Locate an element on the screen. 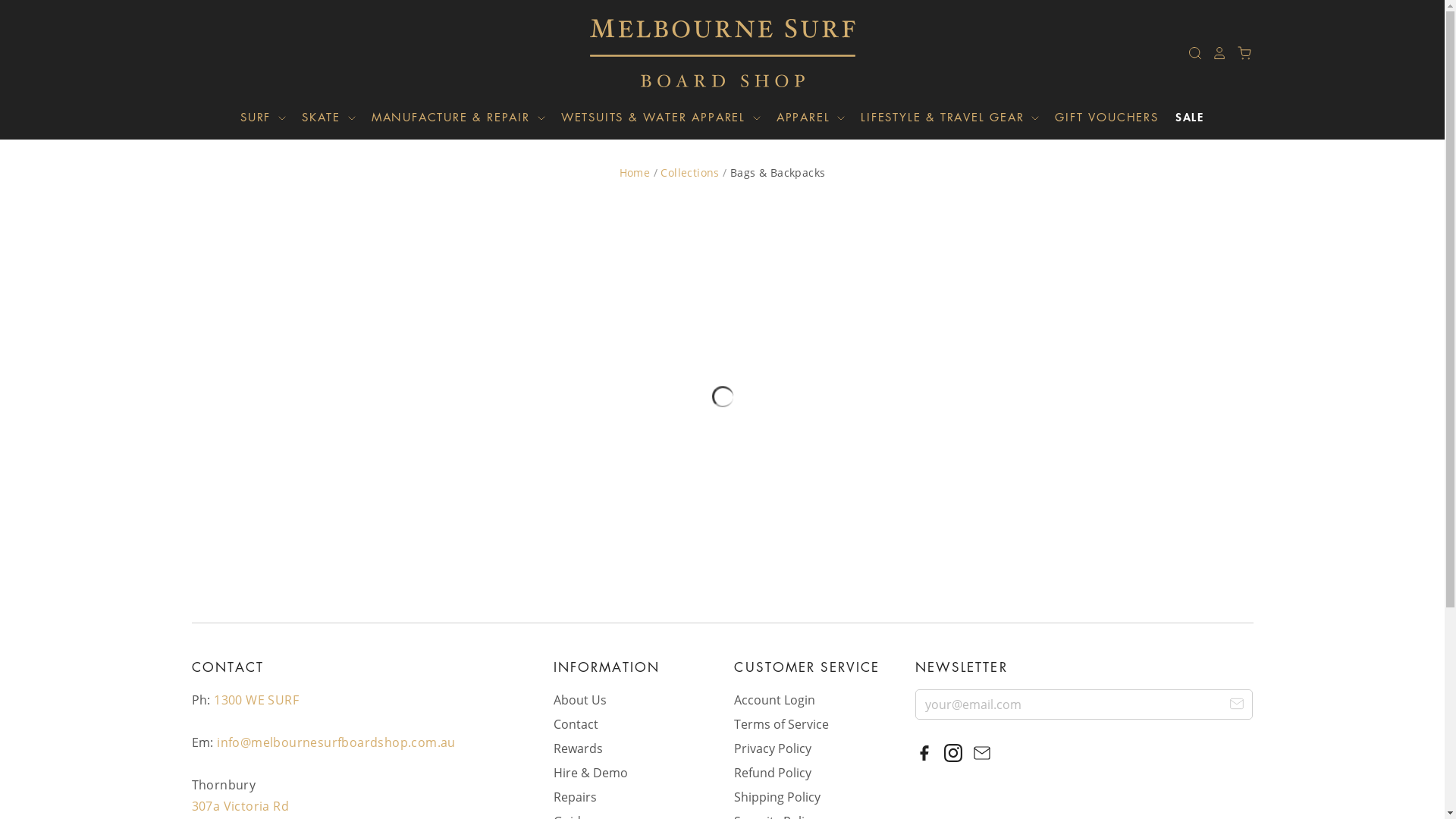  'Shipping Policy' is located at coordinates (777, 795).